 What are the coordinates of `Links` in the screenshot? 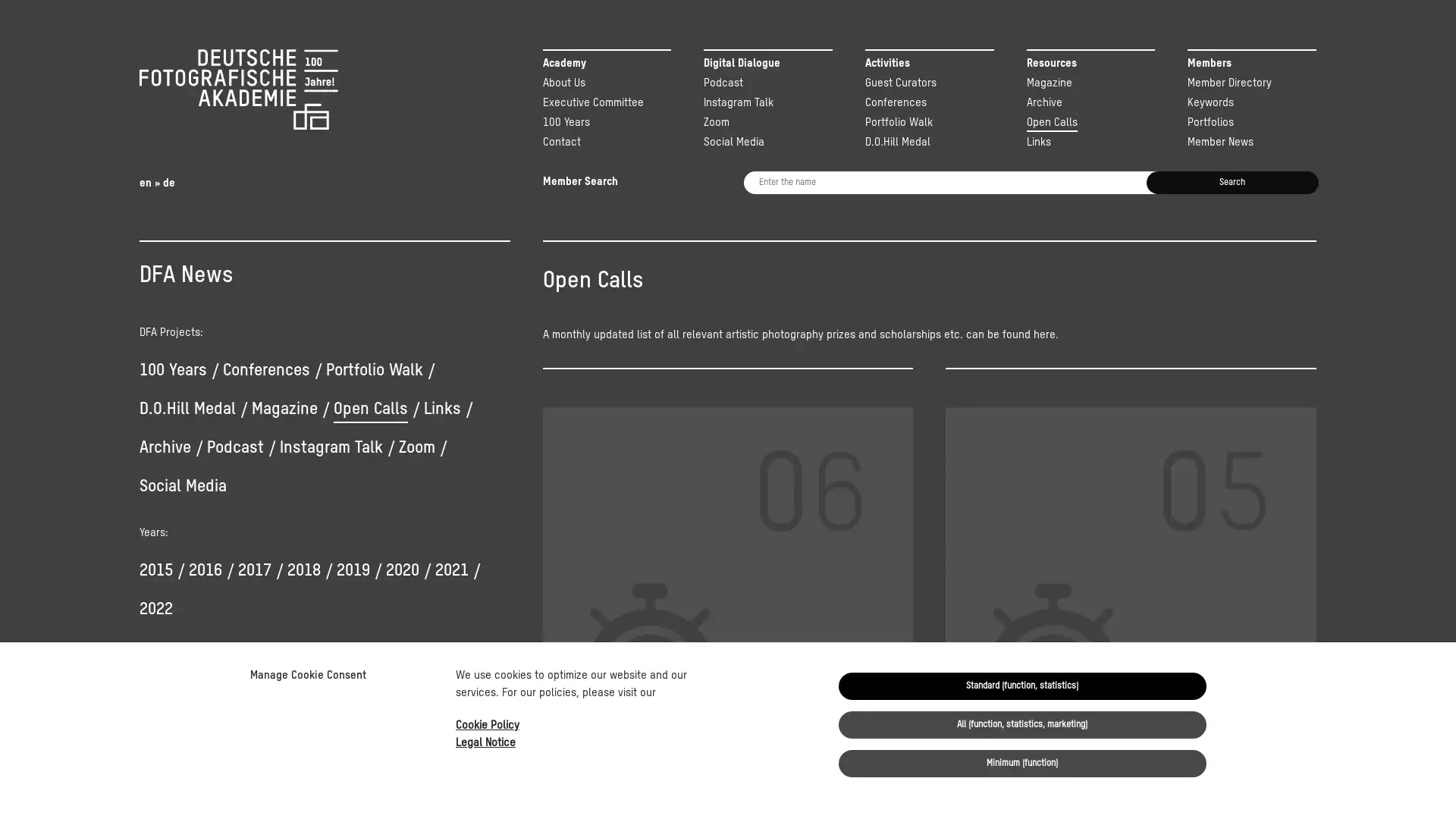 It's located at (441, 409).